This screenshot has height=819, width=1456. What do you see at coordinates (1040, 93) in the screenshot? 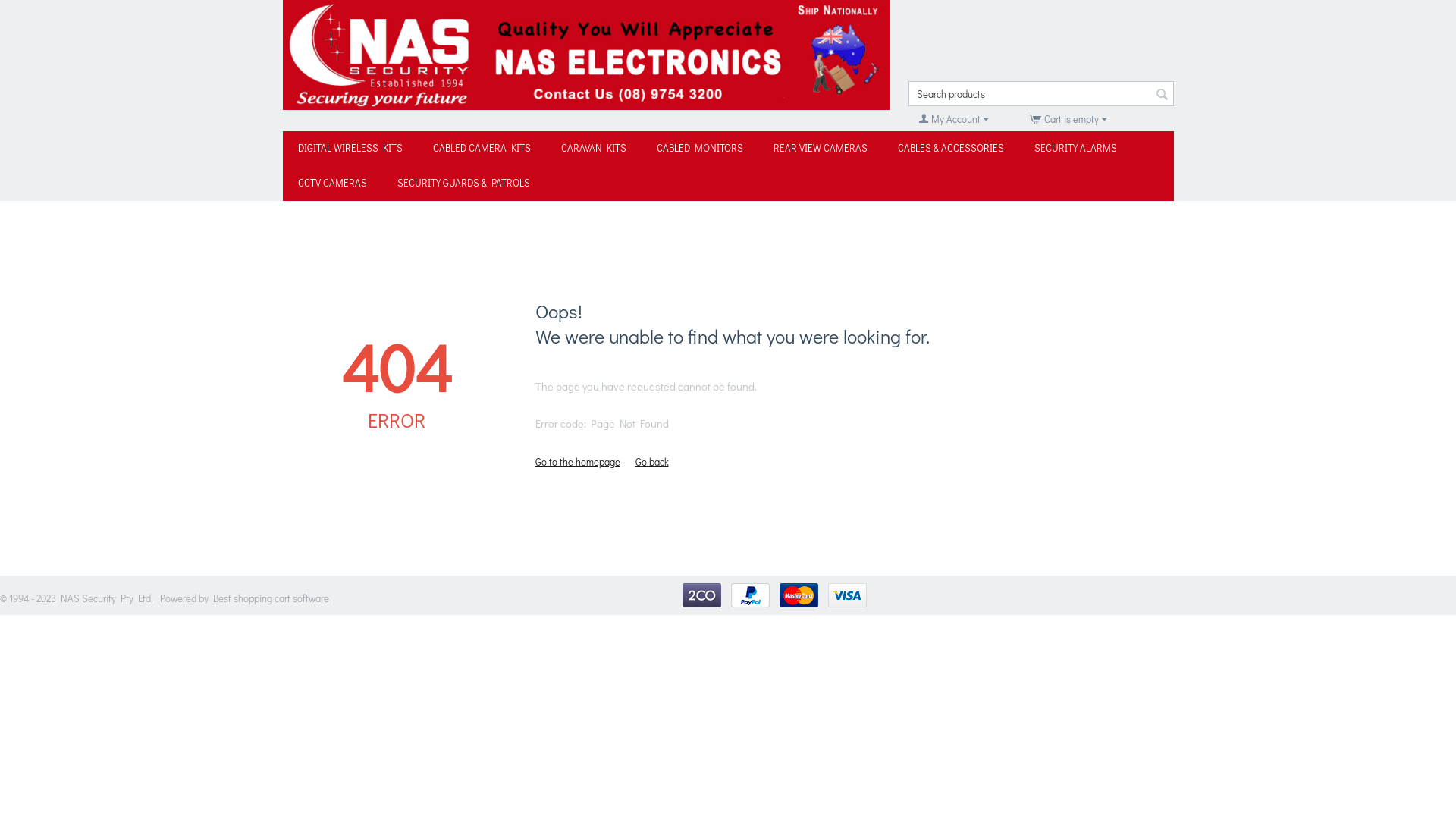
I see `'Search products'` at bounding box center [1040, 93].